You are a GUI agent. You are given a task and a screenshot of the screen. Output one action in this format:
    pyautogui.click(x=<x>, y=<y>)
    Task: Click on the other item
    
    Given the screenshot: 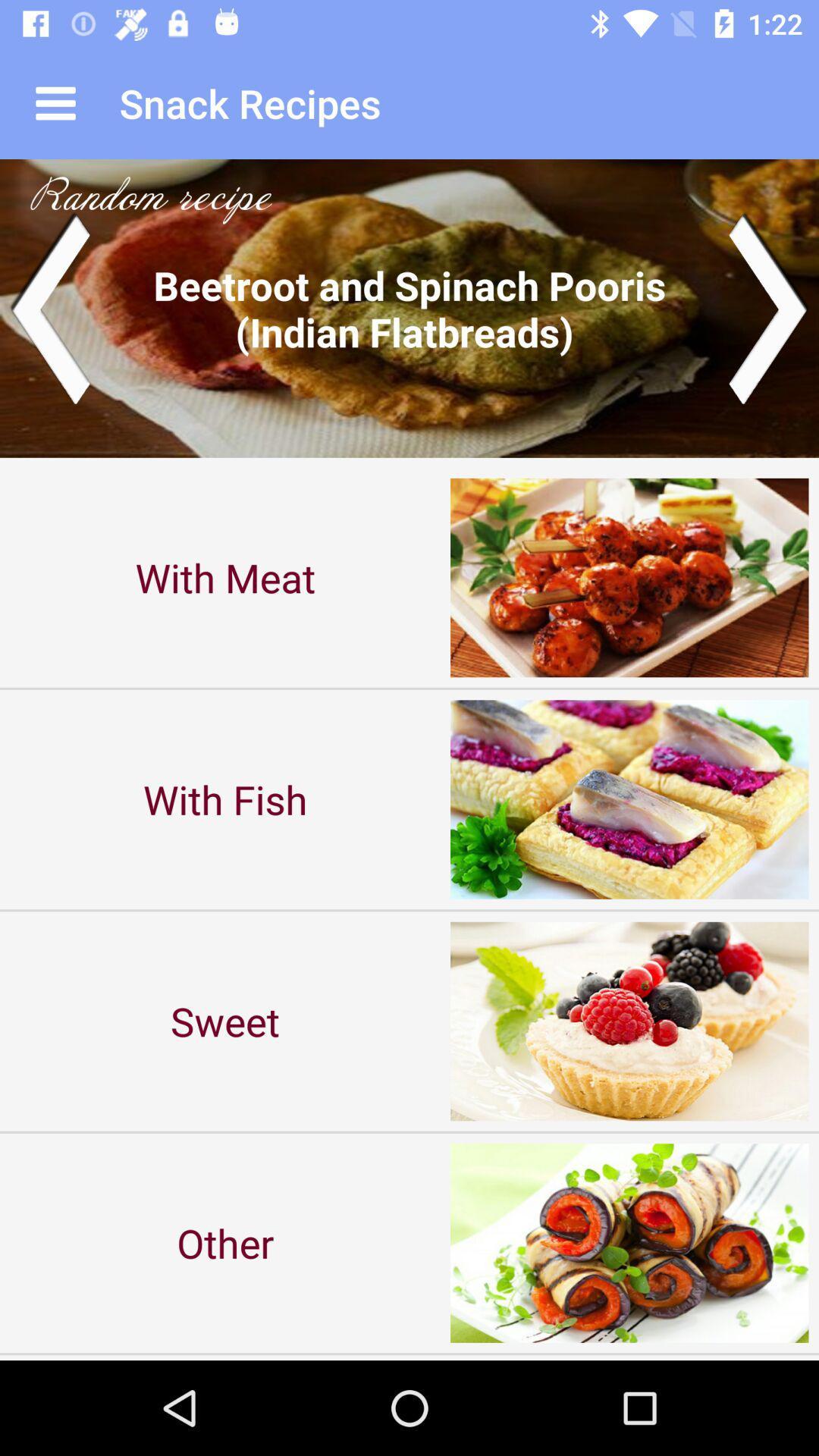 What is the action you would take?
    pyautogui.click(x=225, y=1243)
    